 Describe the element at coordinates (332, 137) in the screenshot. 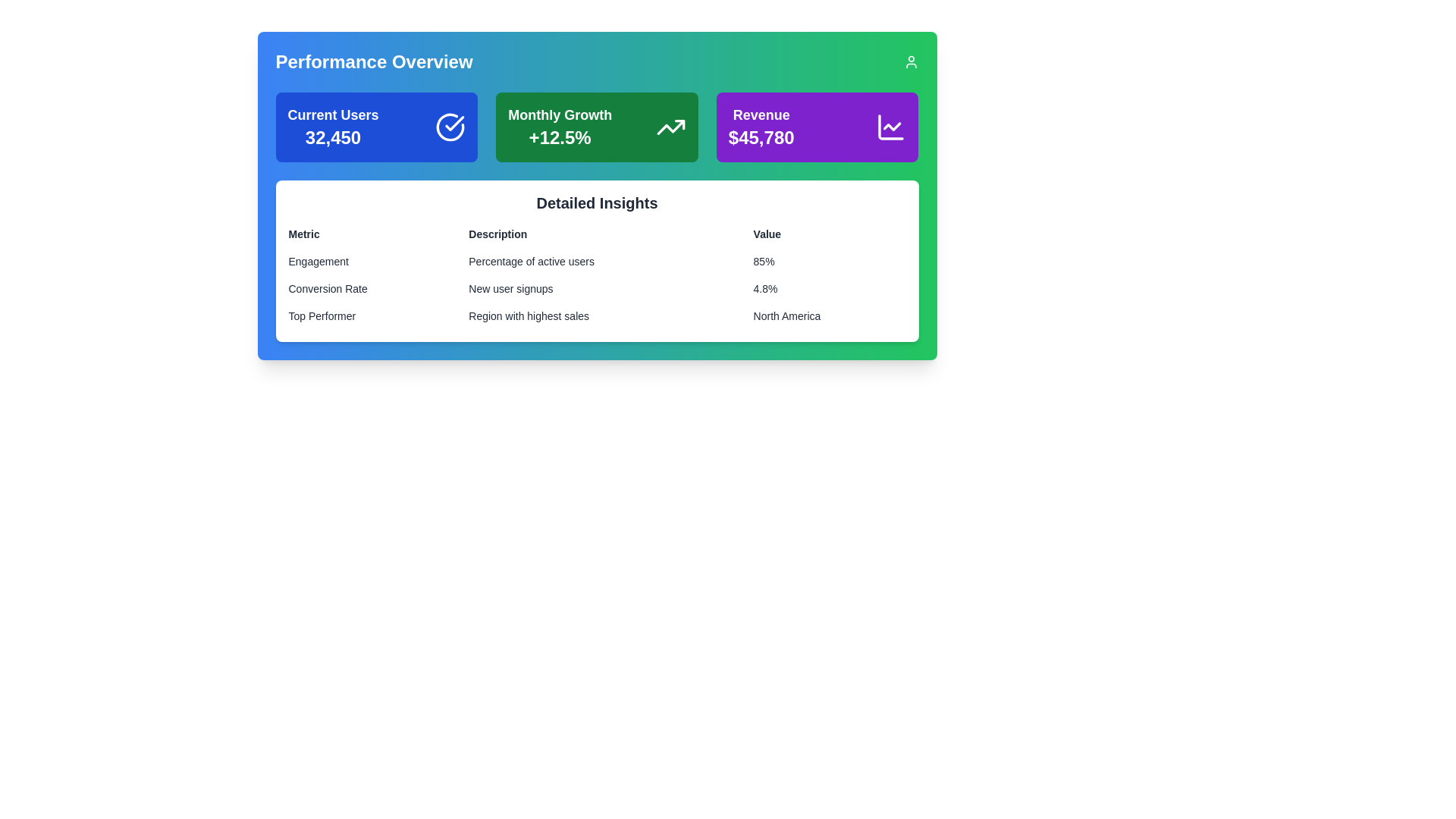

I see `the text displaying the number '32,450' in bold, large font, located on the leftmost card below the title 'Current Users'` at that location.